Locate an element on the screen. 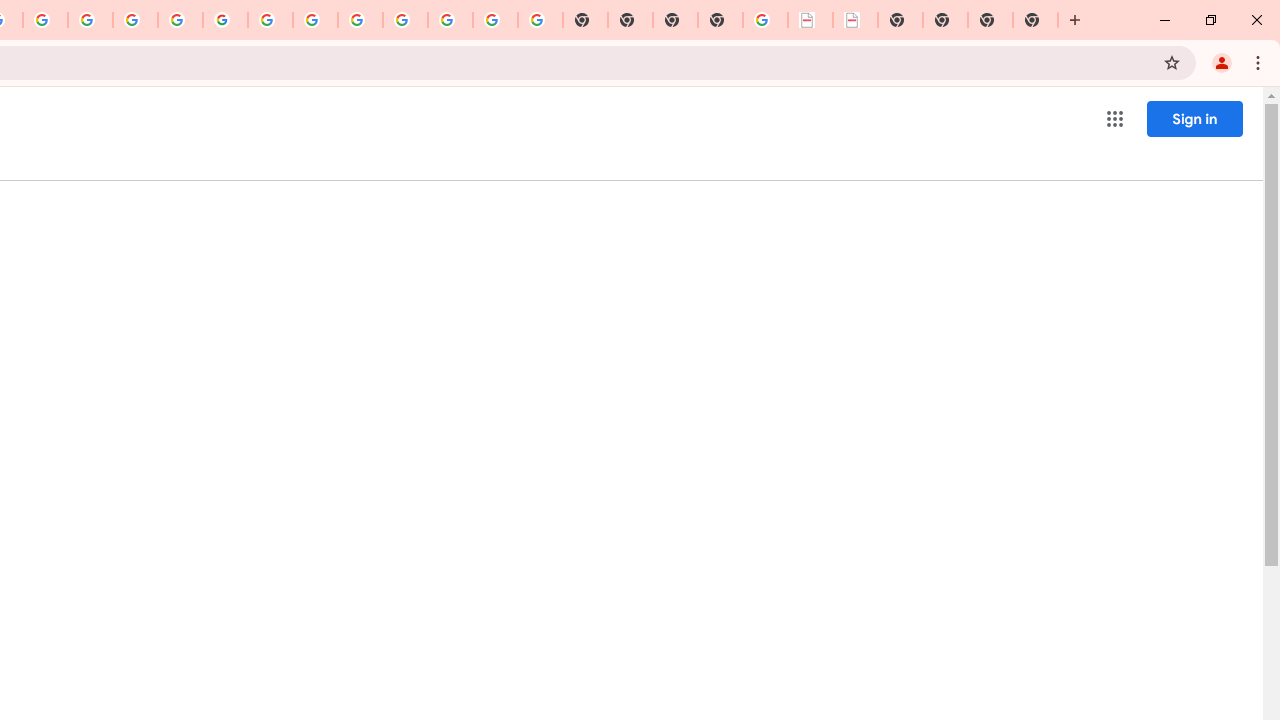 This screenshot has width=1280, height=720. 'YouTube' is located at coordinates (269, 20).